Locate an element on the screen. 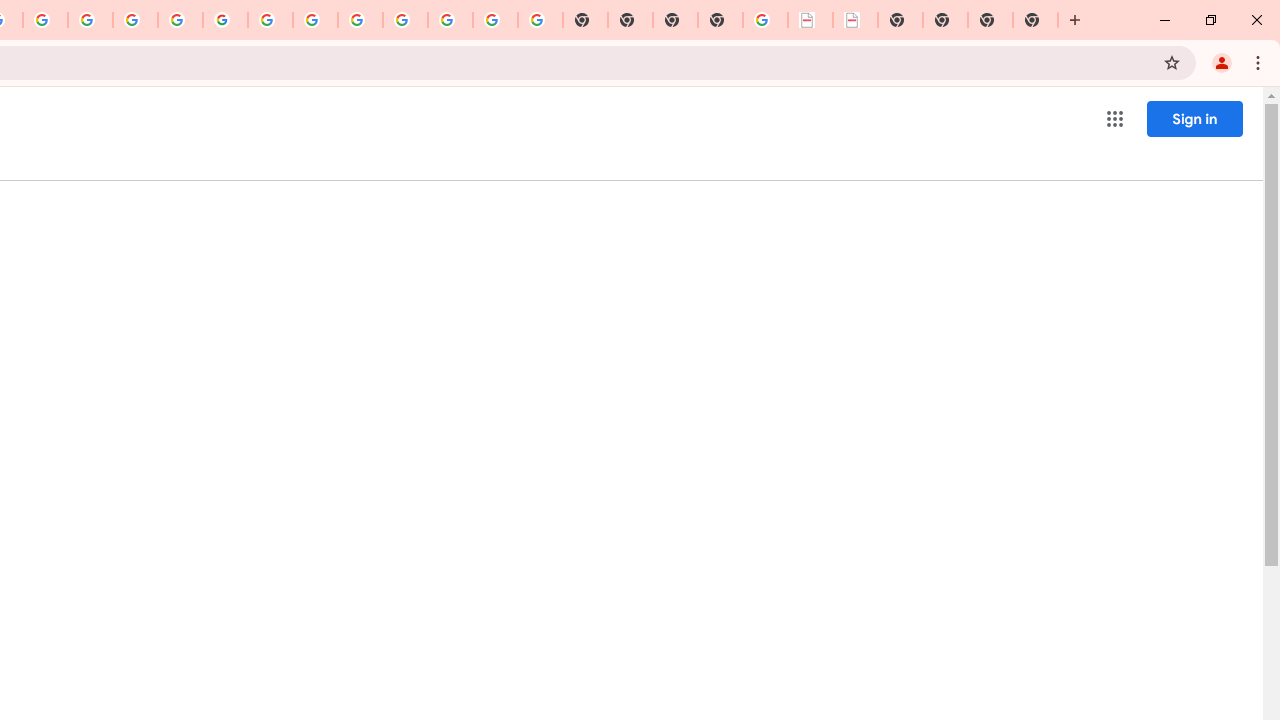 This screenshot has width=1280, height=720. 'YouTube' is located at coordinates (269, 20).